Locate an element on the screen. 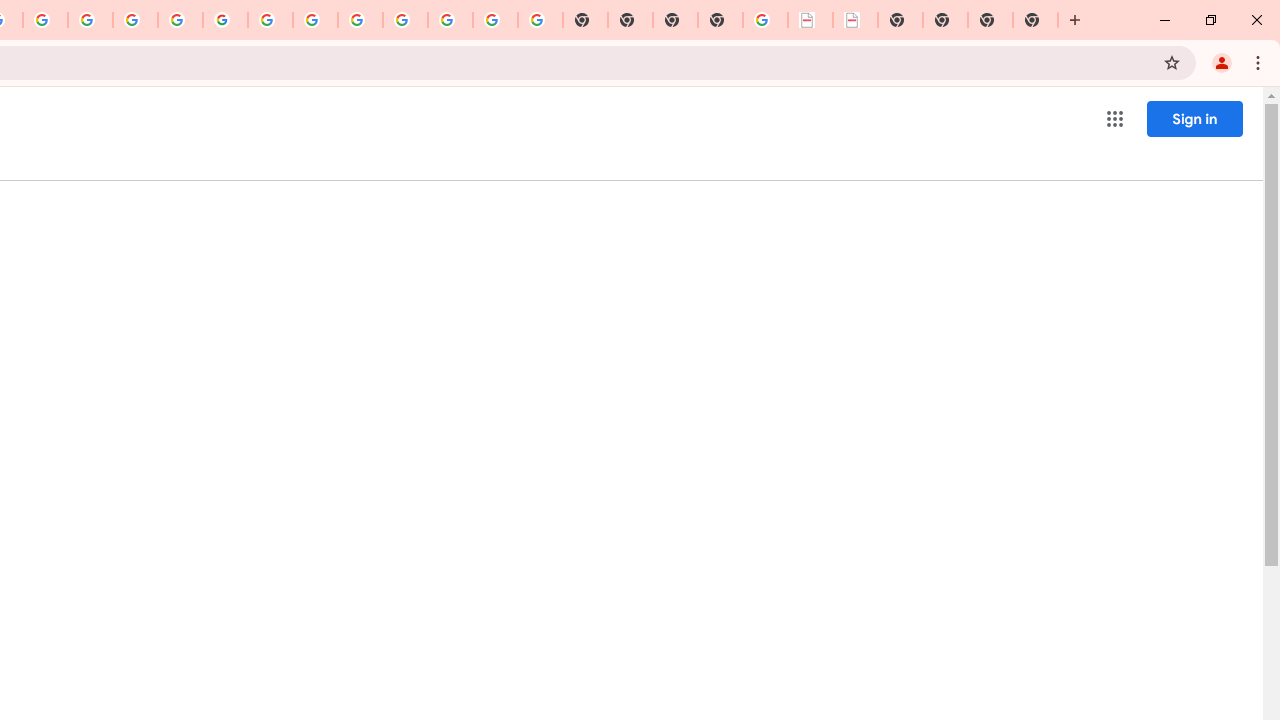 This screenshot has width=1280, height=720. 'YouTube' is located at coordinates (269, 20).